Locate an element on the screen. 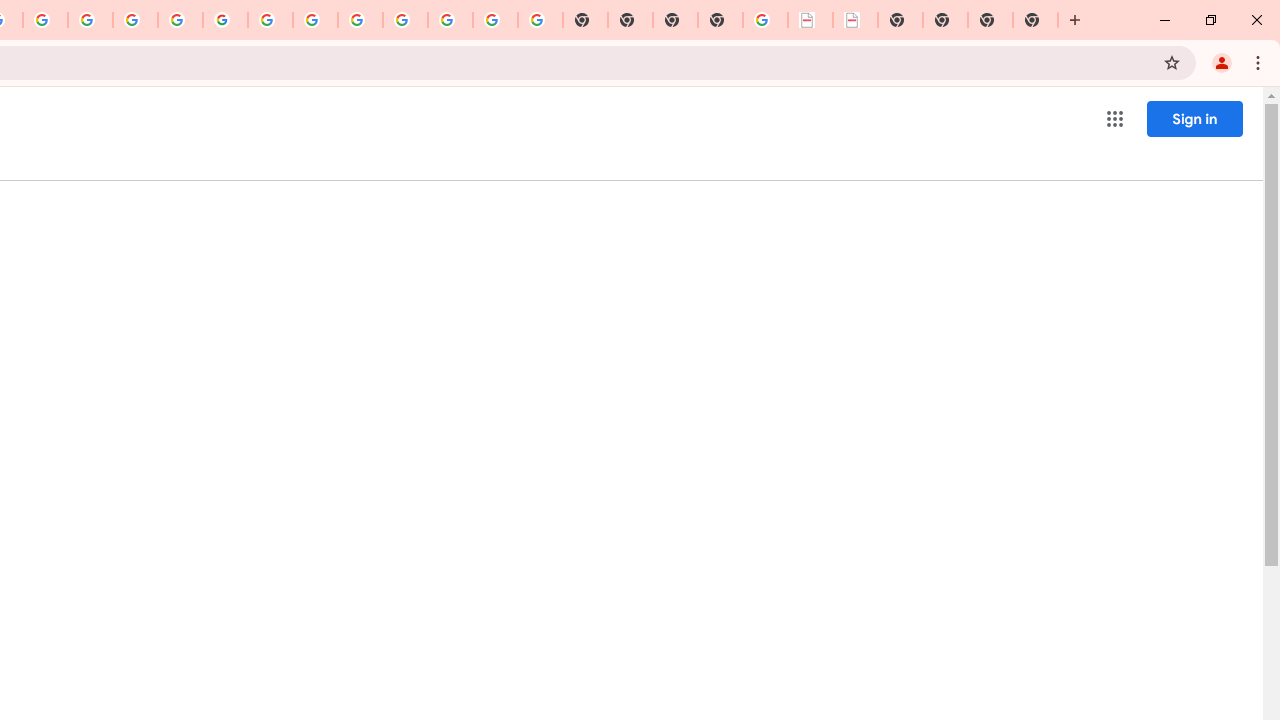 This screenshot has width=1280, height=720. 'YouTube' is located at coordinates (269, 20).